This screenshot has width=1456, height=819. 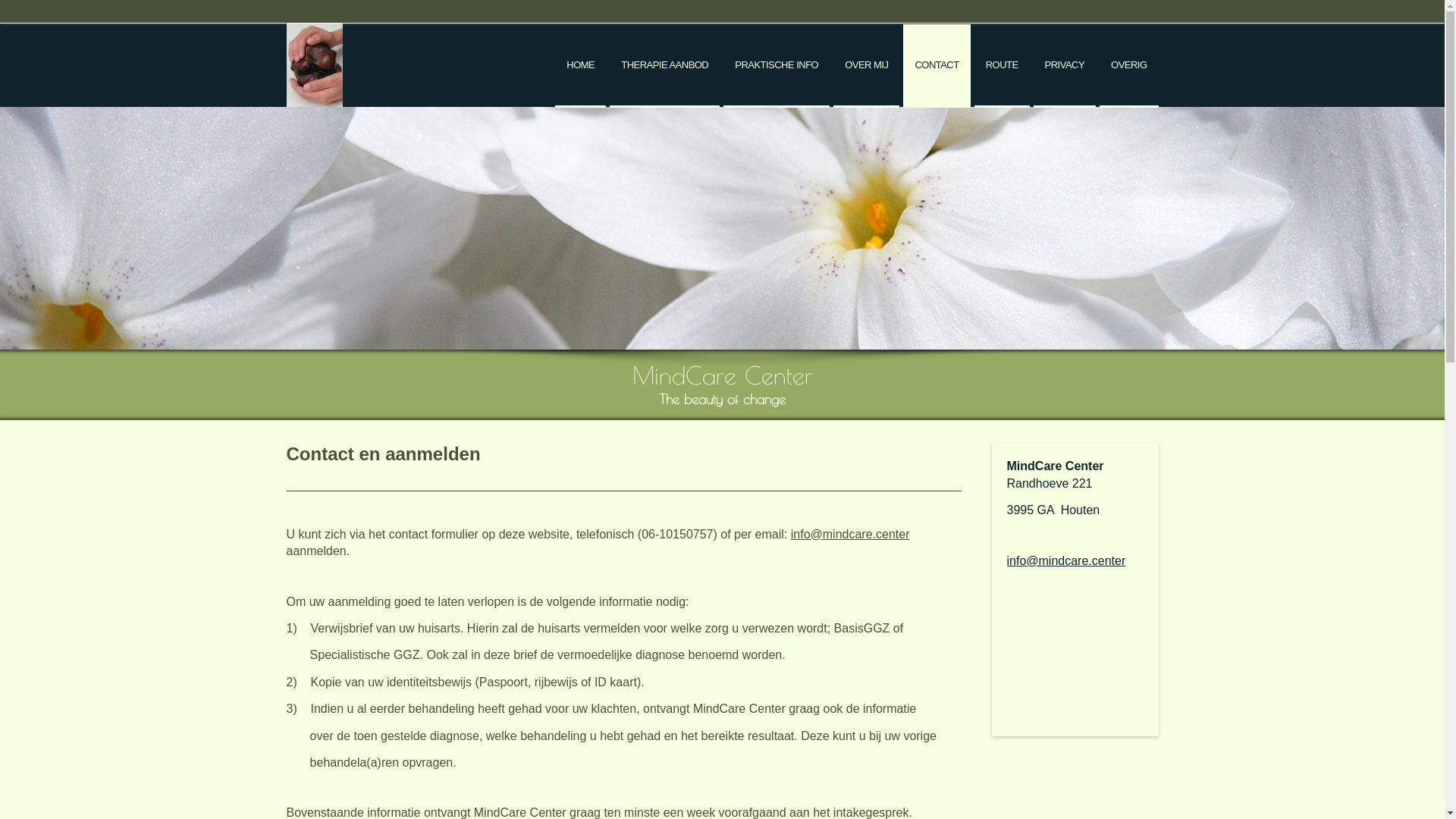 I want to click on 'info@mindcare.center', so click(x=1065, y=560).